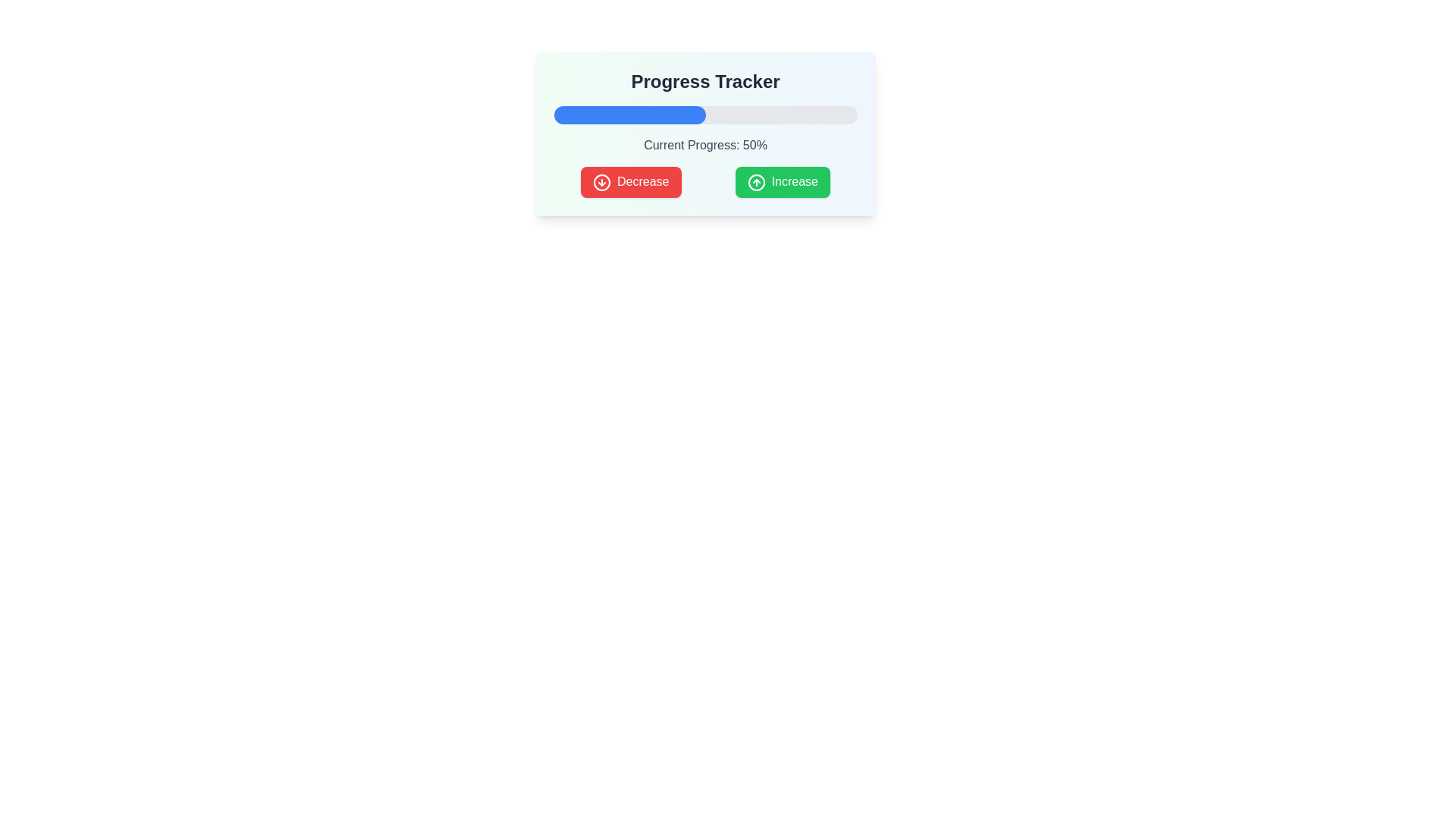  What do you see at coordinates (783, 181) in the screenshot?
I see `the bright green button labeled 'Increase' with a rounded shape and an upward arrow icon` at bounding box center [783, 181].